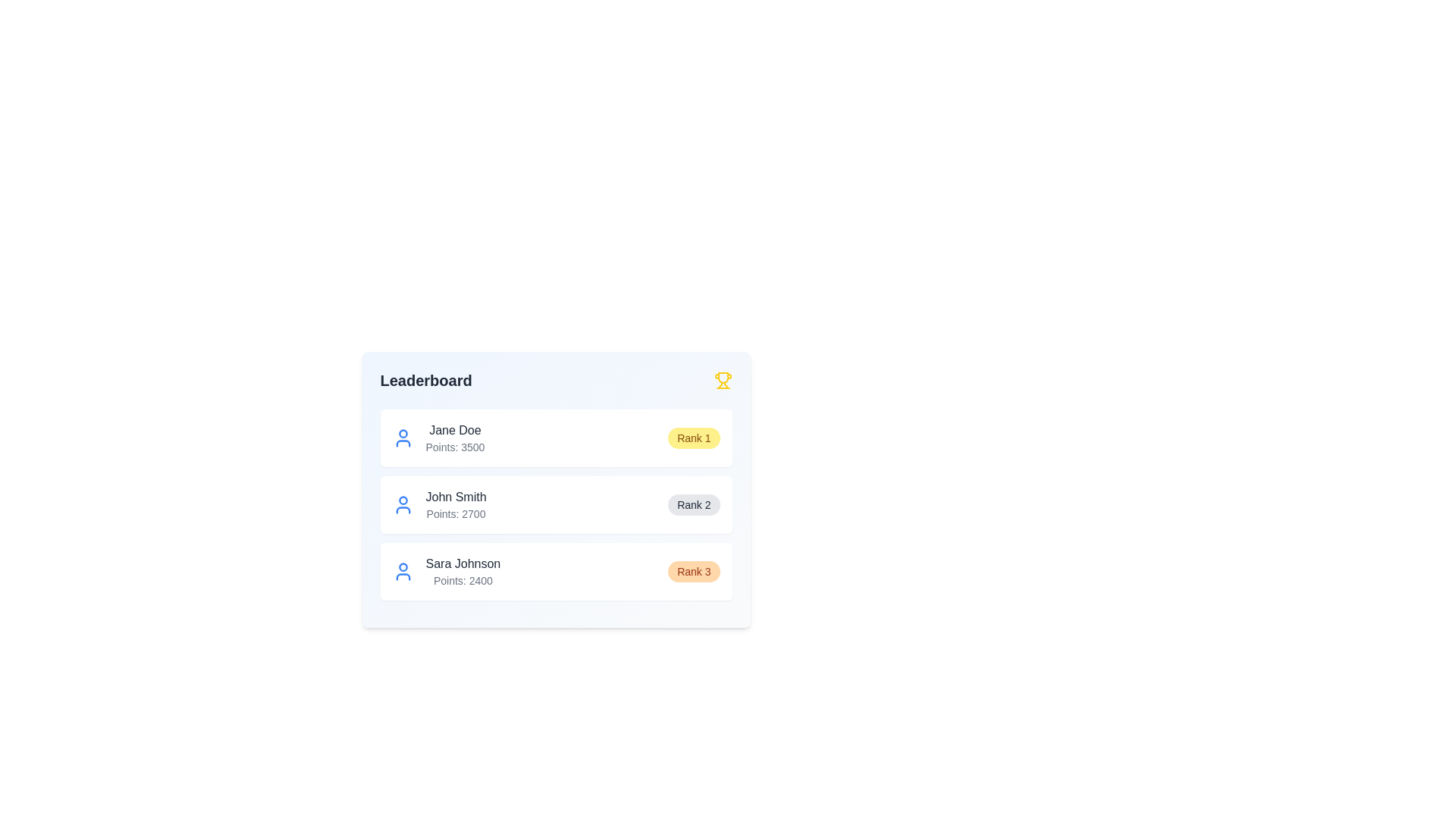 The height and width of the screenshot is (819, 1456). What do you see at coordinates (403, 571) in the screenshot?
I see `the avatar icon representing user 'Sara Johnson' in the leaderboard, located to the left of the text 'Sara Johnson' and 'Points: 2400'` at bounding box center [403, 571].